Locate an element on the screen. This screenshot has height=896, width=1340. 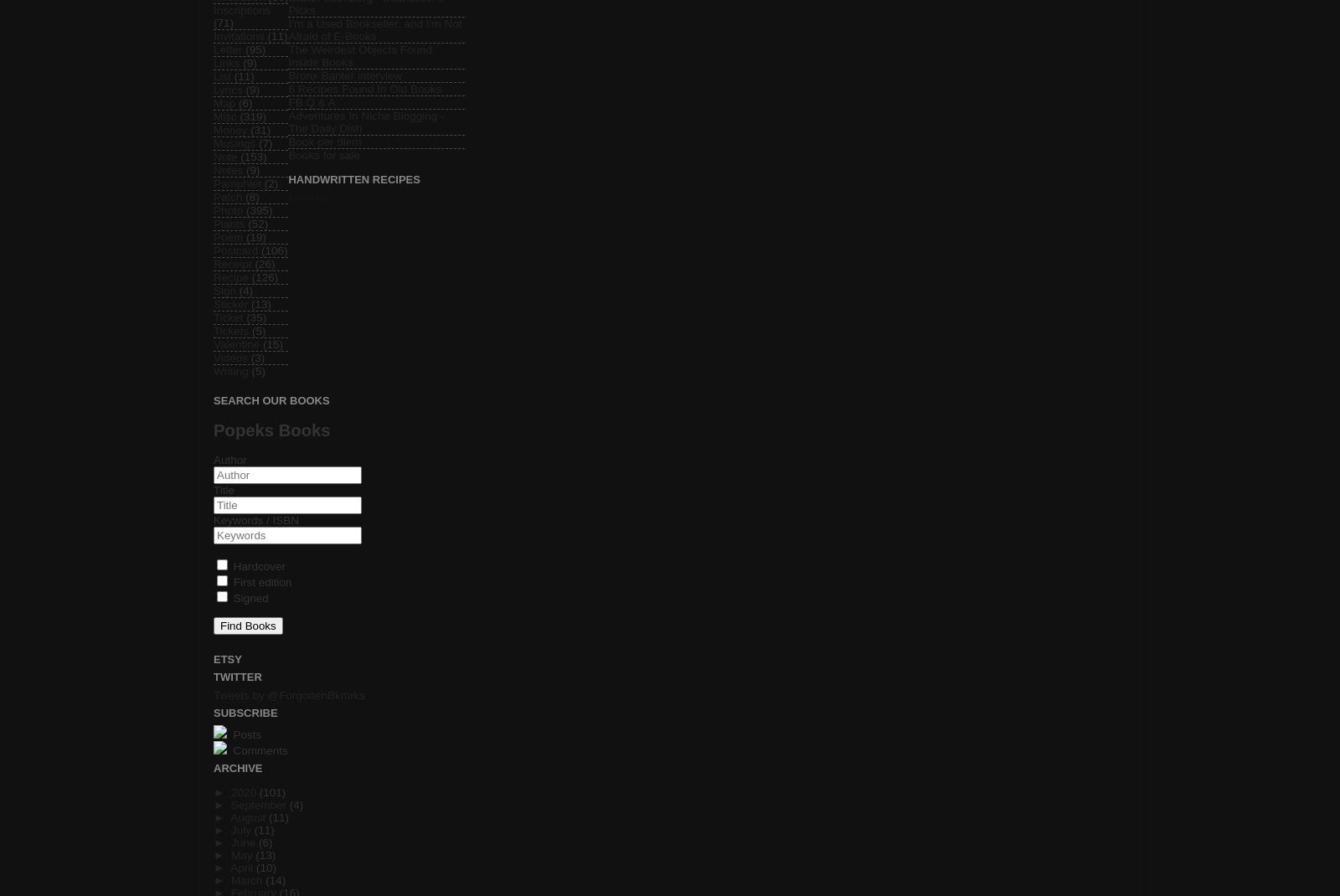
'(26)' is located at coordinates (265, 263).